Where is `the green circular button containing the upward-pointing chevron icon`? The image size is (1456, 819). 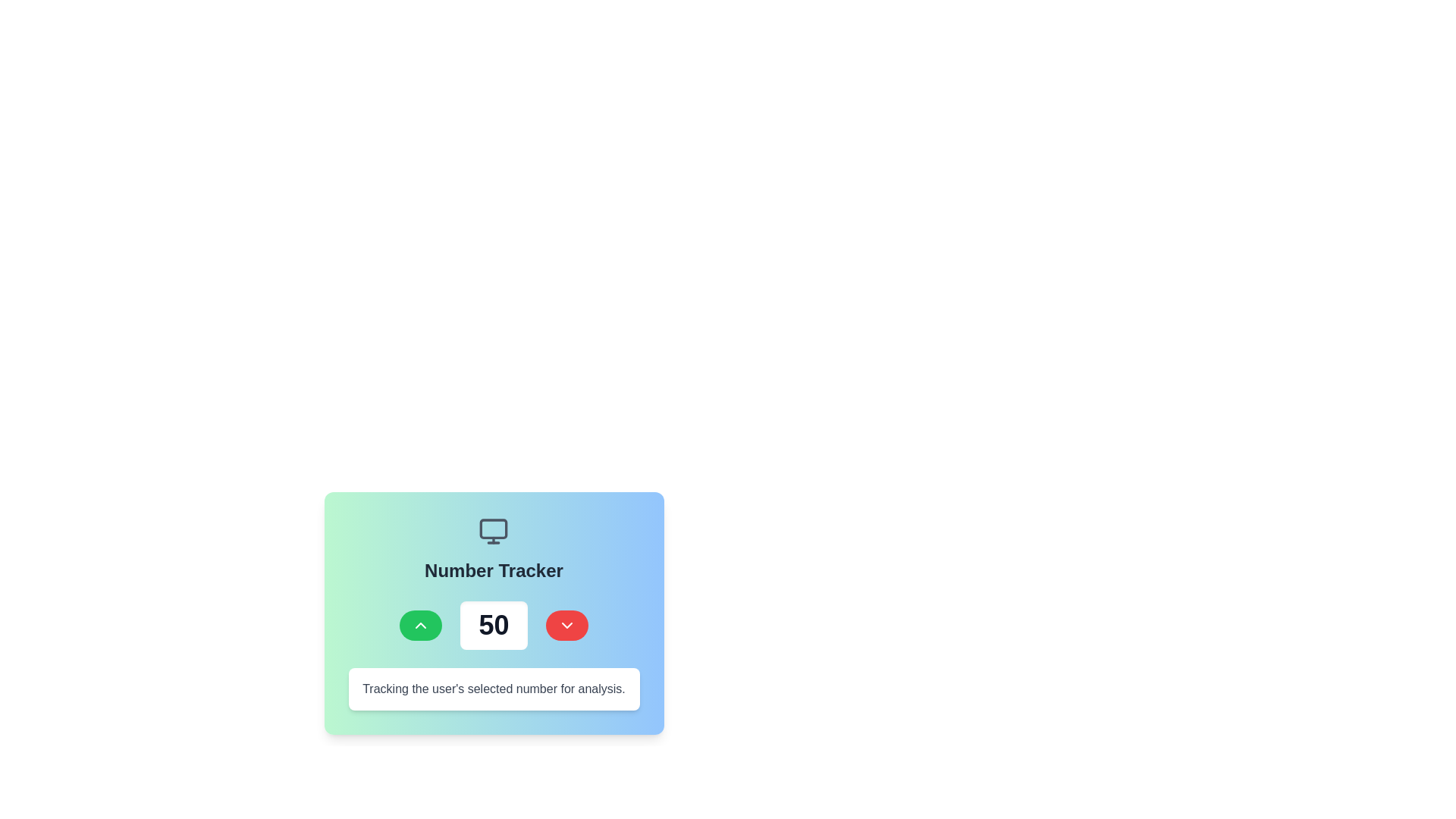
the green circular button containing the upward-pointing chevron icon is located at coordinates (421, 626).